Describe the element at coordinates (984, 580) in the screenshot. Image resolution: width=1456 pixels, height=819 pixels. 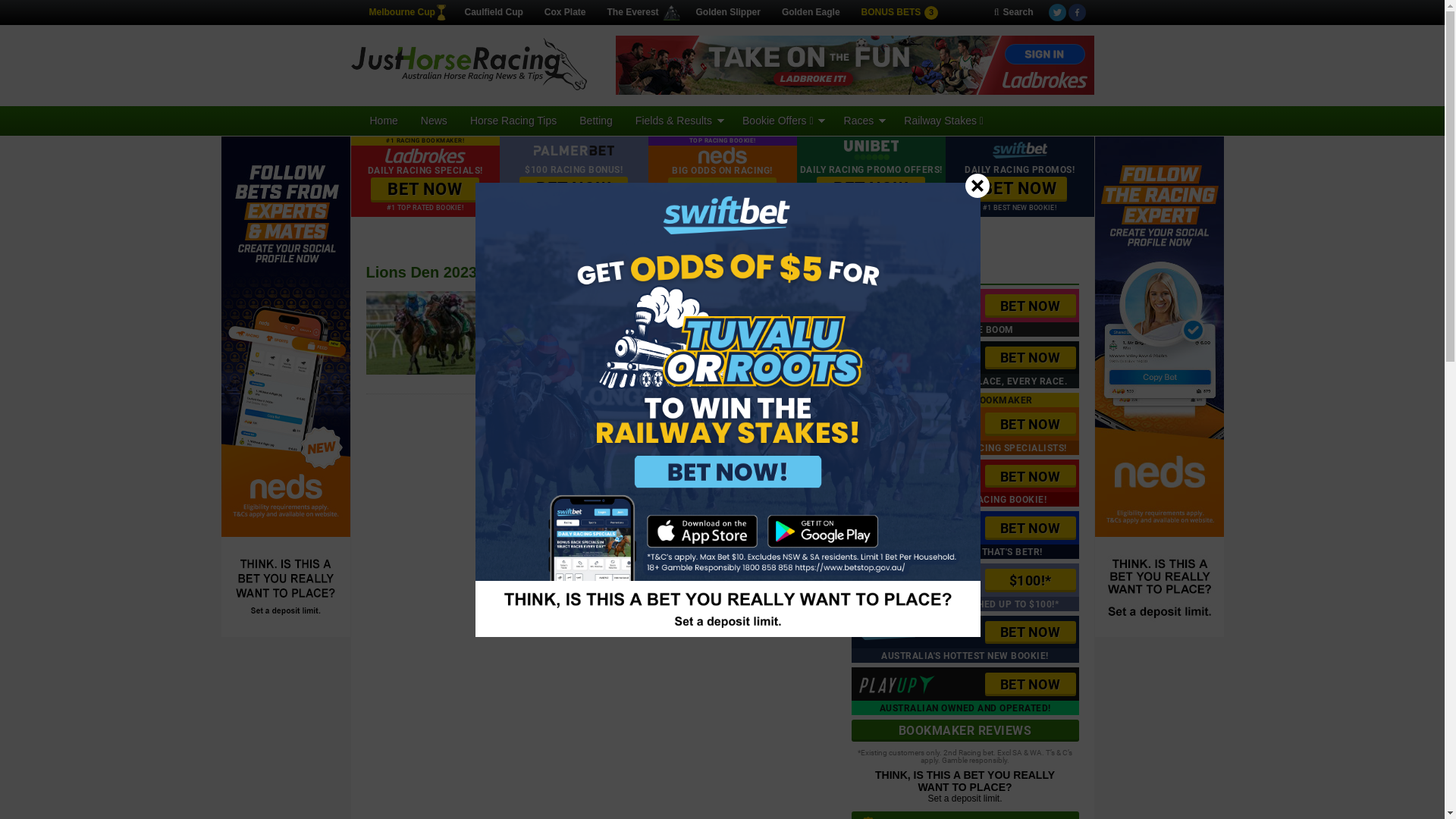
I see `'$100!*'` at that location.